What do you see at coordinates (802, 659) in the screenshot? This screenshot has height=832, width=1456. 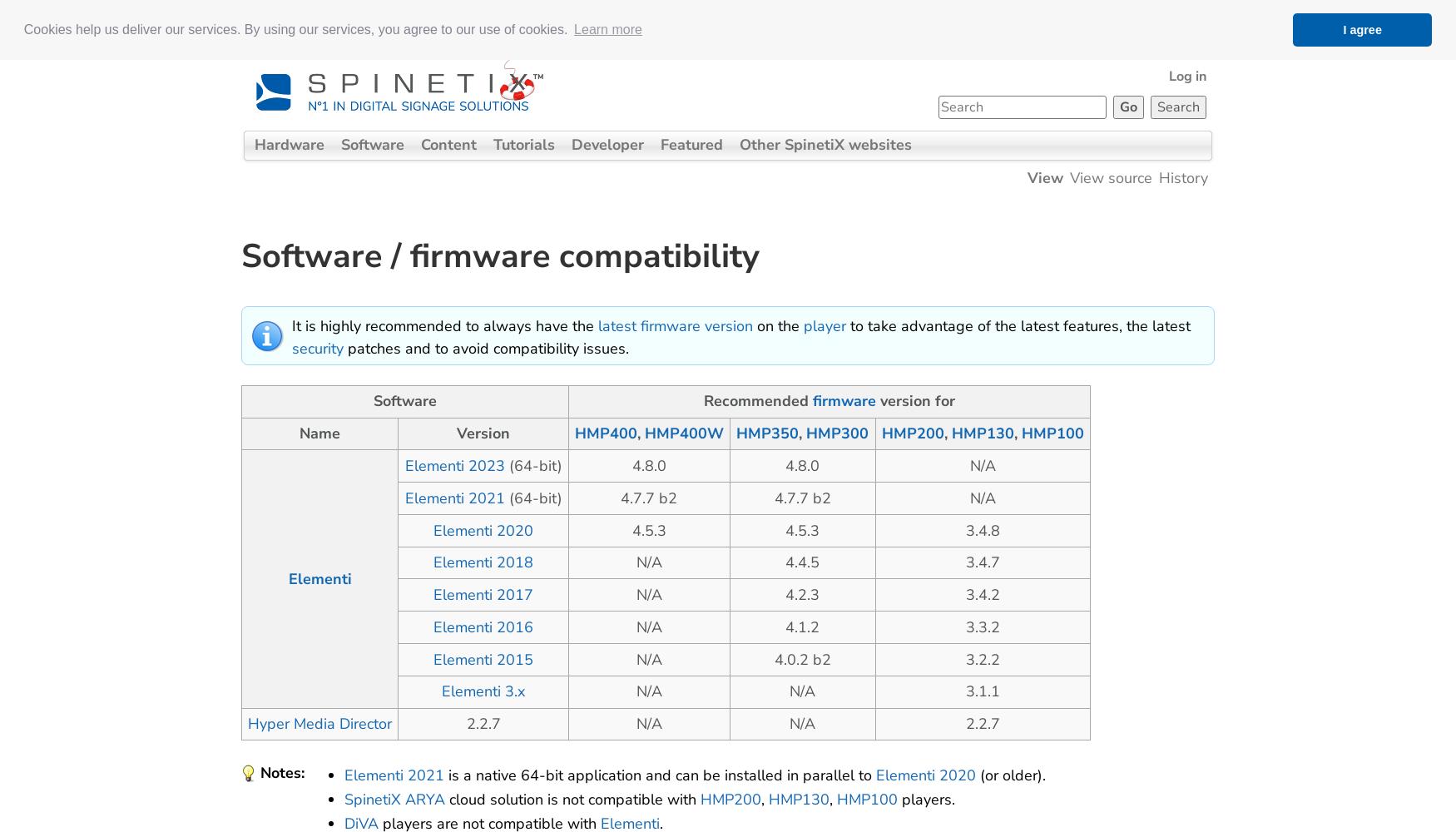 I see `'4.0.2 b2'` at bounding box center [802, 659].